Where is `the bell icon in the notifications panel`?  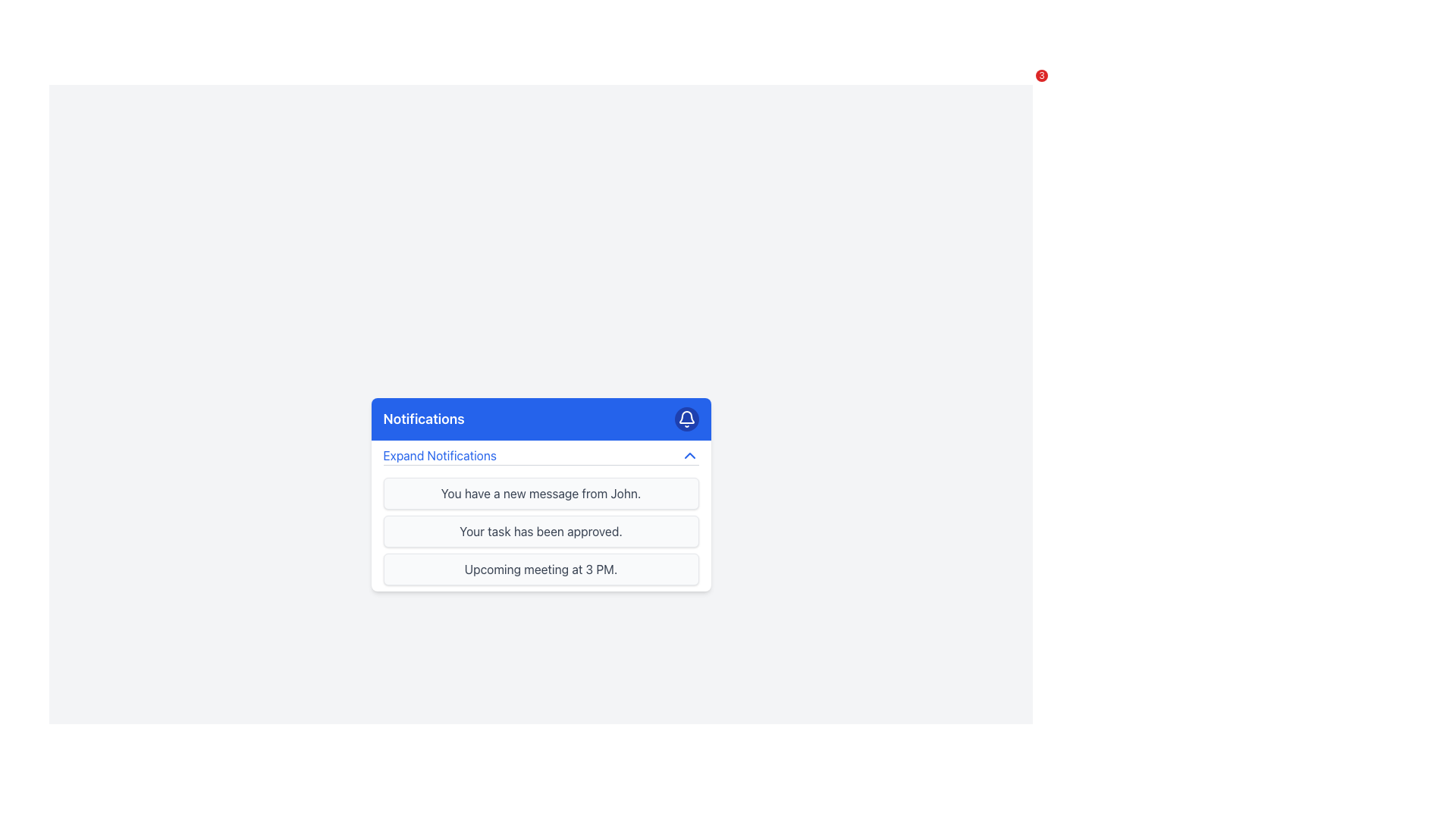 the bell icon in the notifications panel is located at coordinates (686, 417).